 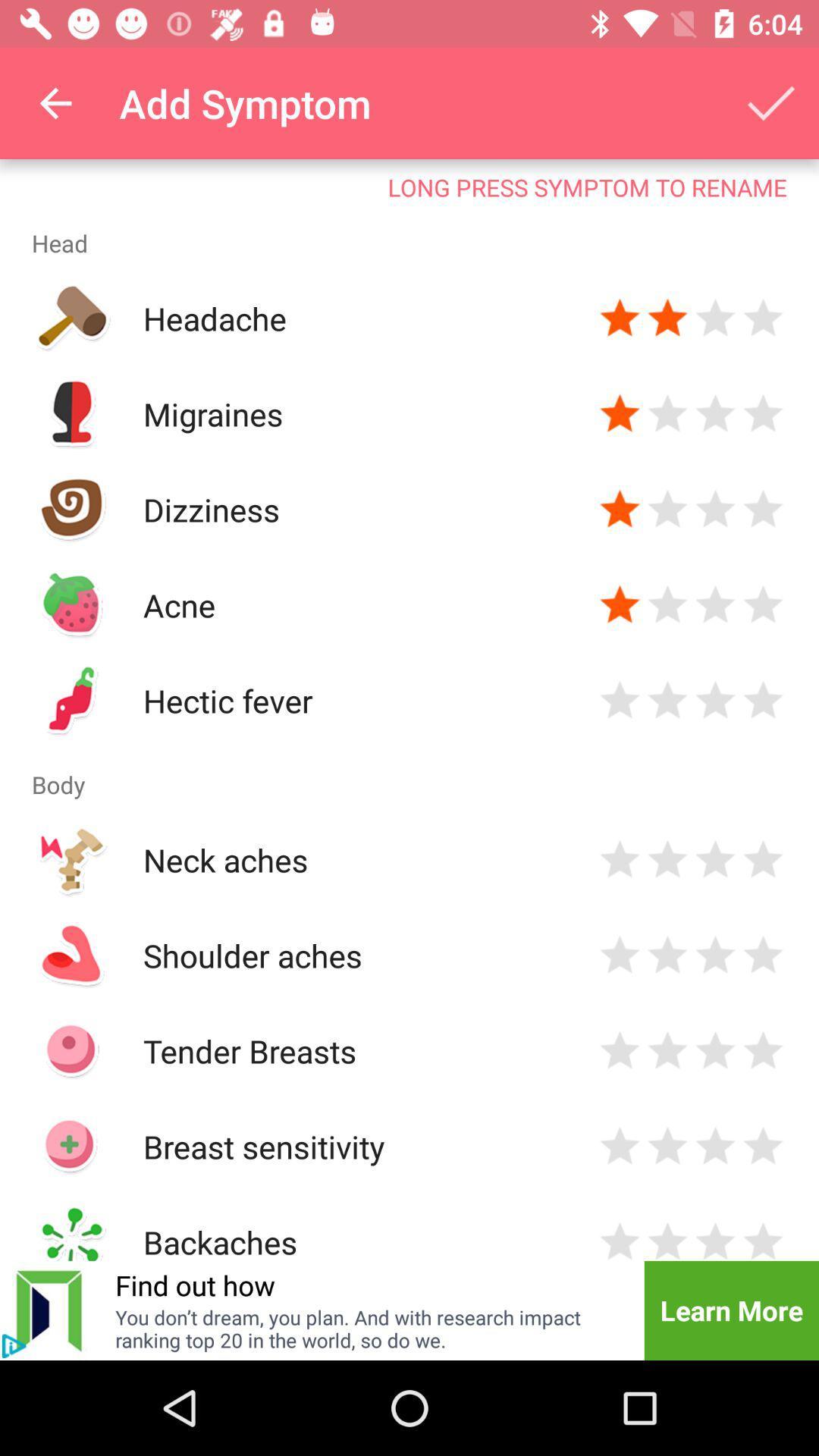 What do you see at coordinates (763, 1147) in the screenshot?
I see `rate button` at bounding box center [763, 1147].